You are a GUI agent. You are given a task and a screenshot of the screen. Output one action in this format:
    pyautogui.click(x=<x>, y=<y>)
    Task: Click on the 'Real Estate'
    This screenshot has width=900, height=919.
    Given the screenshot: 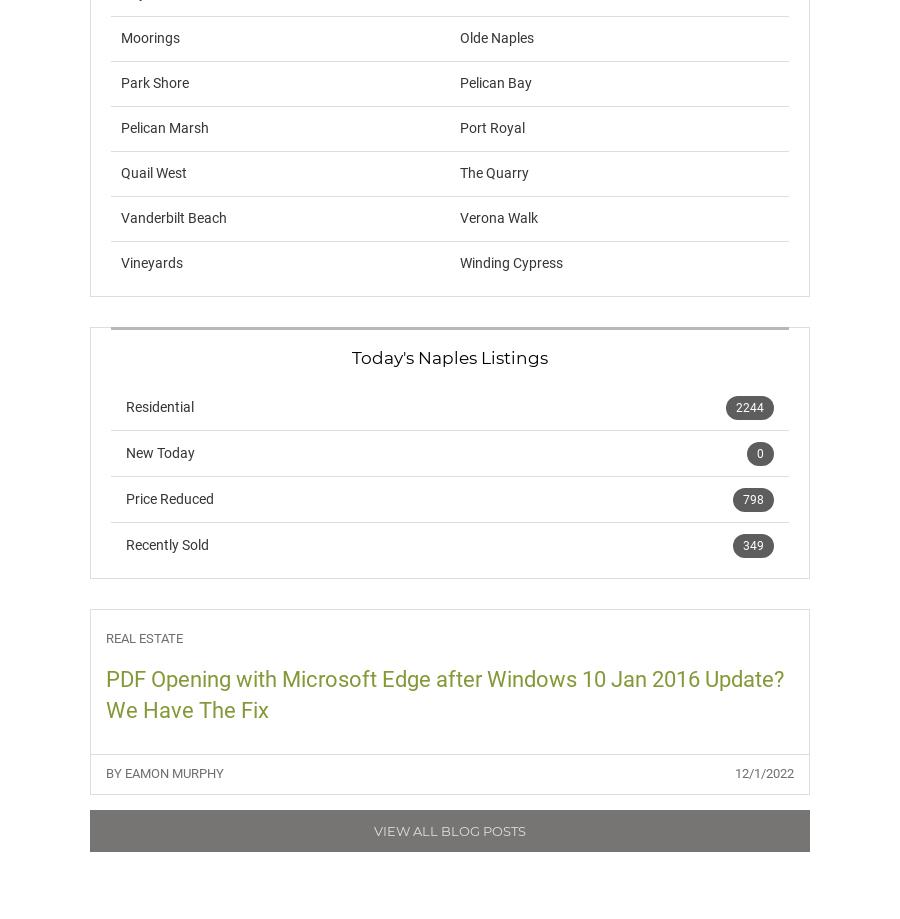 What is the action you would take?
    pyautogui.click(x=144, y=638)
    